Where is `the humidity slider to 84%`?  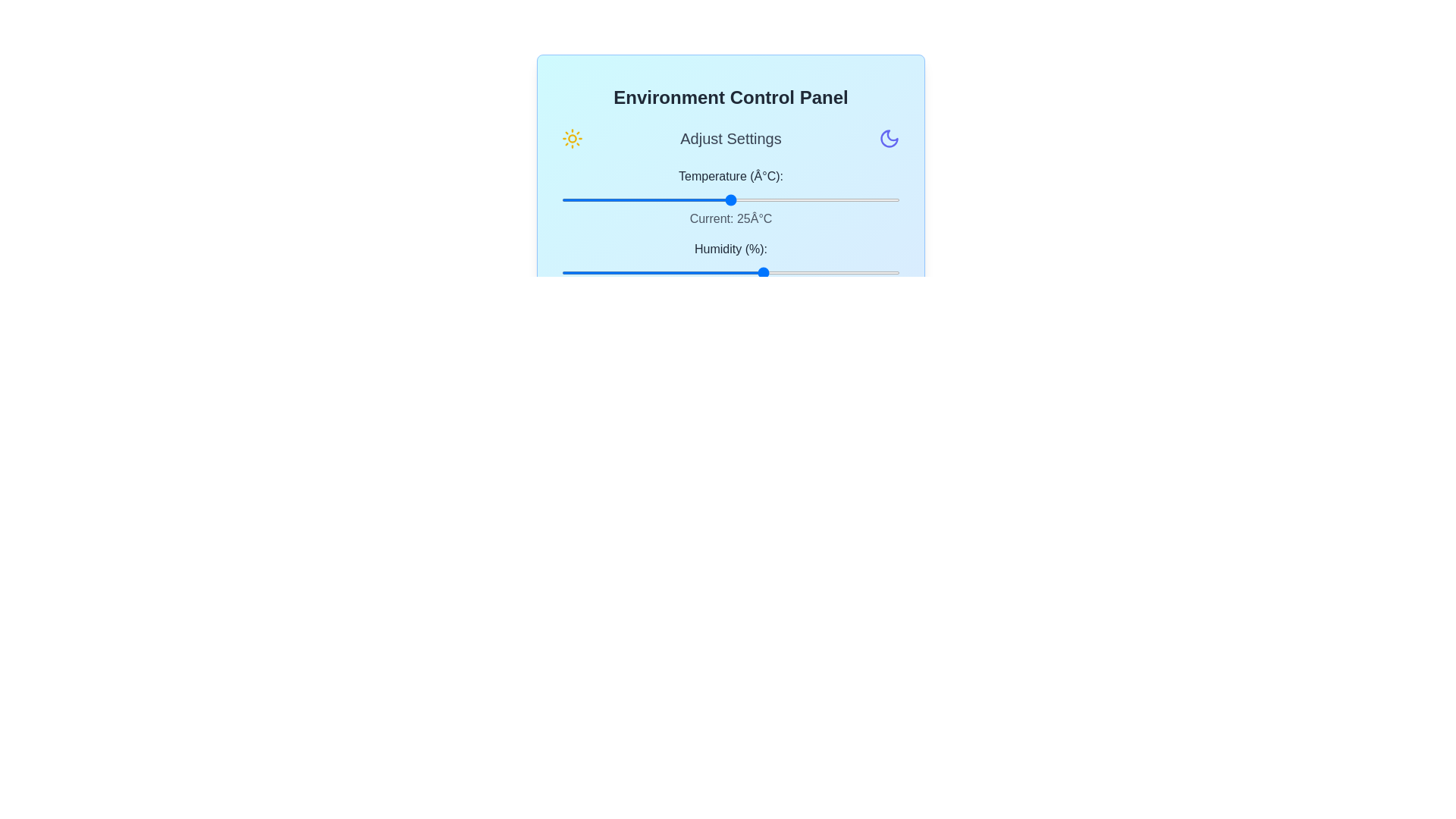 the humidity slider to 84% is located at coordinates (845, 271).